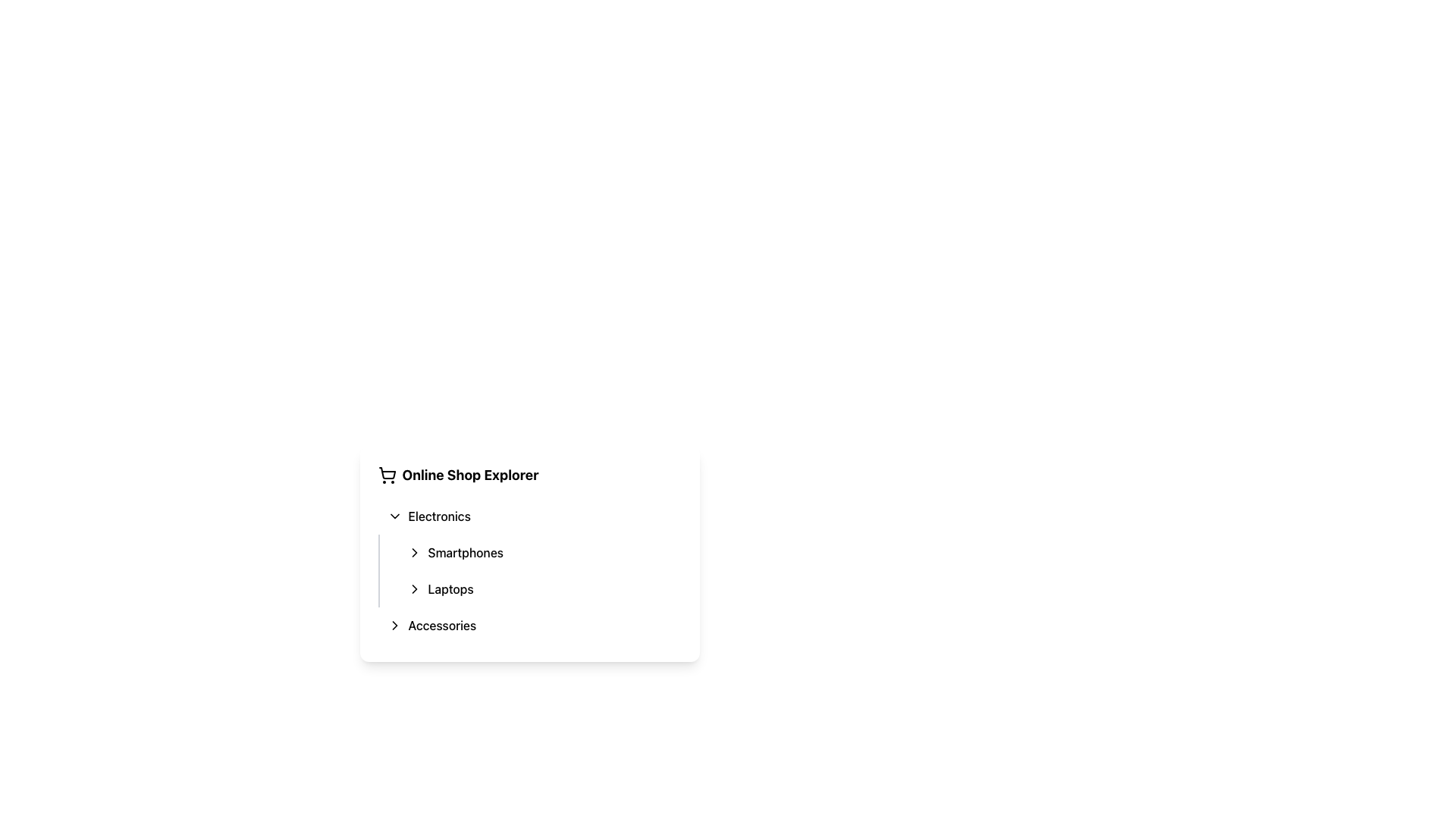 This screenshot has width=1456, height=819. What do you see at coordinates (387, 475) in the screenshot?
I see `the shopping cart icon located to the left of the 'Online Shop Explorer' title, which indicates the shopping functionality of the application` at bounding box center [387, 475].